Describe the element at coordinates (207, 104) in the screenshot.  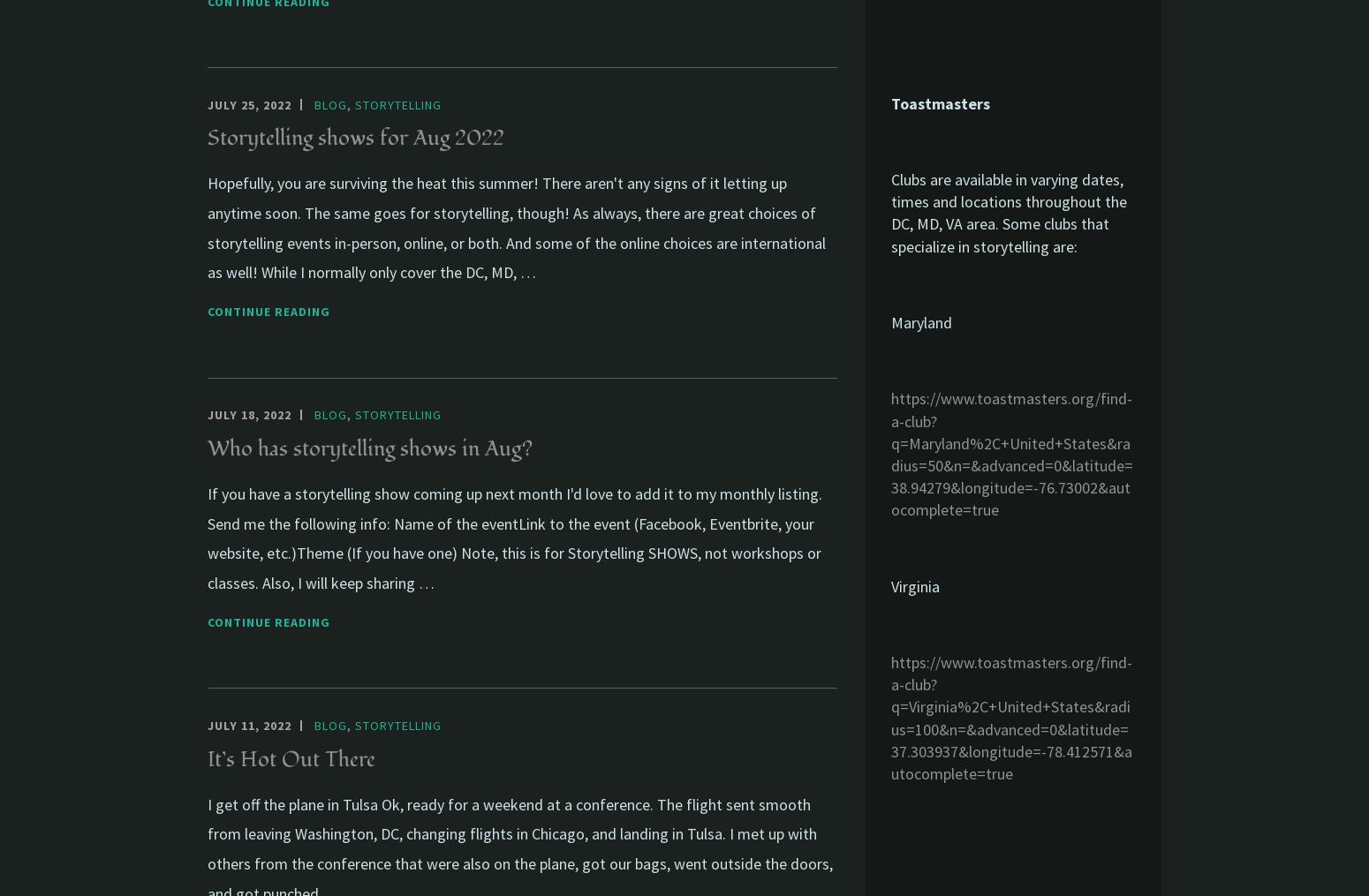
I see `'July 25, 2022'` at that location.